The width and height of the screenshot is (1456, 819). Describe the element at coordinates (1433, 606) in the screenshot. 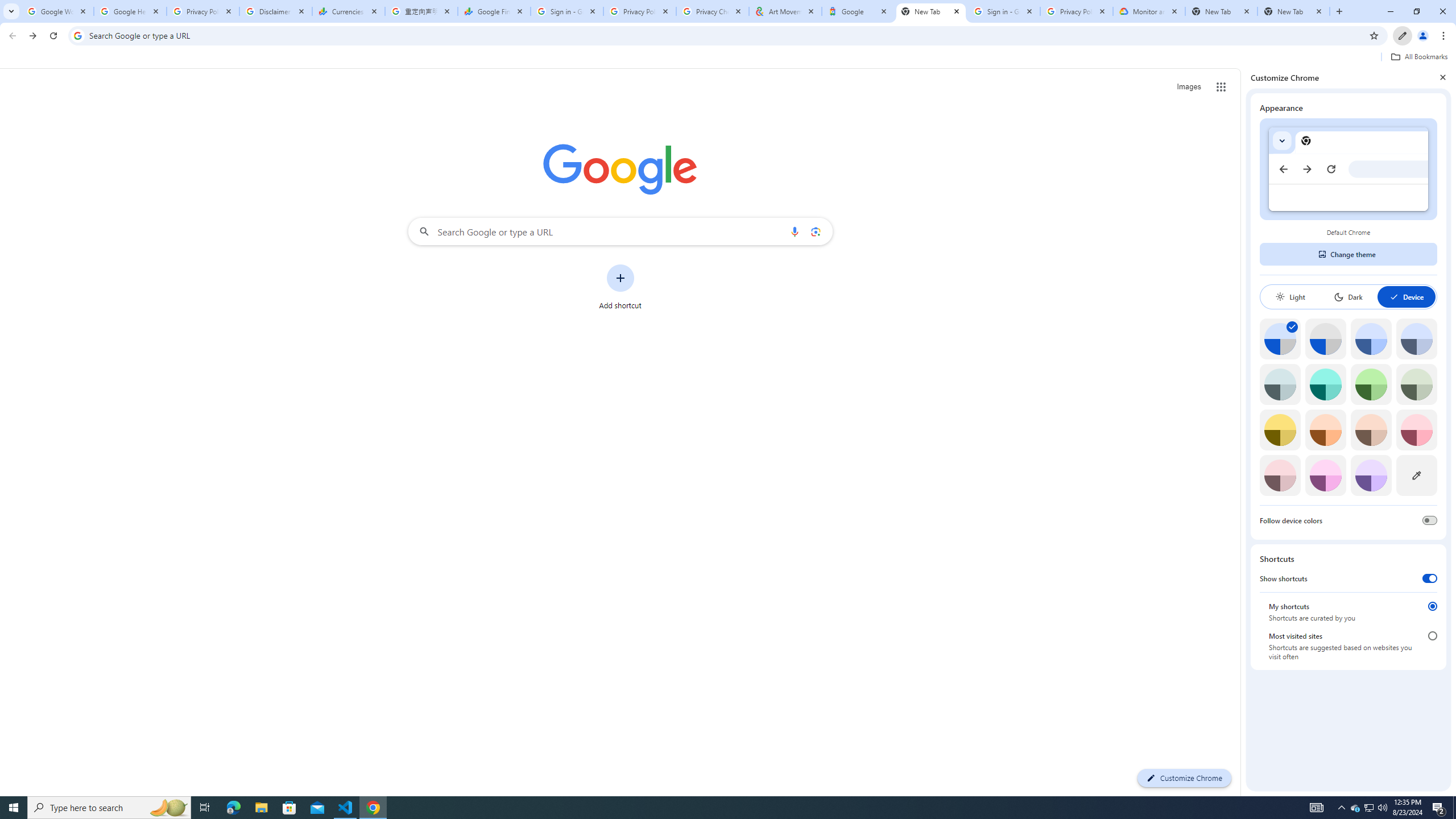

I see `'My shortcuts'` at that location.